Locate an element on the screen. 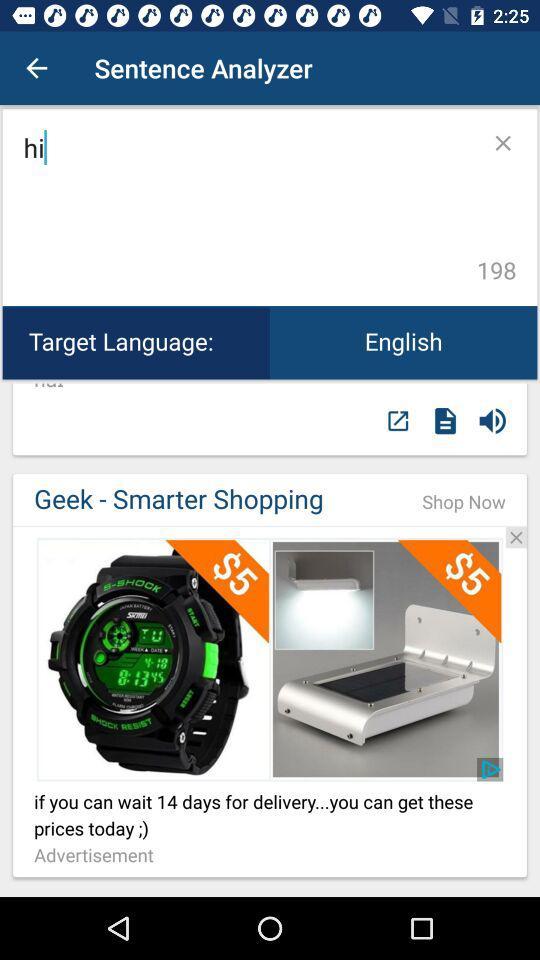 This screenshot has height=960, width=540. the advertisement is located at coordinates (98, 854).